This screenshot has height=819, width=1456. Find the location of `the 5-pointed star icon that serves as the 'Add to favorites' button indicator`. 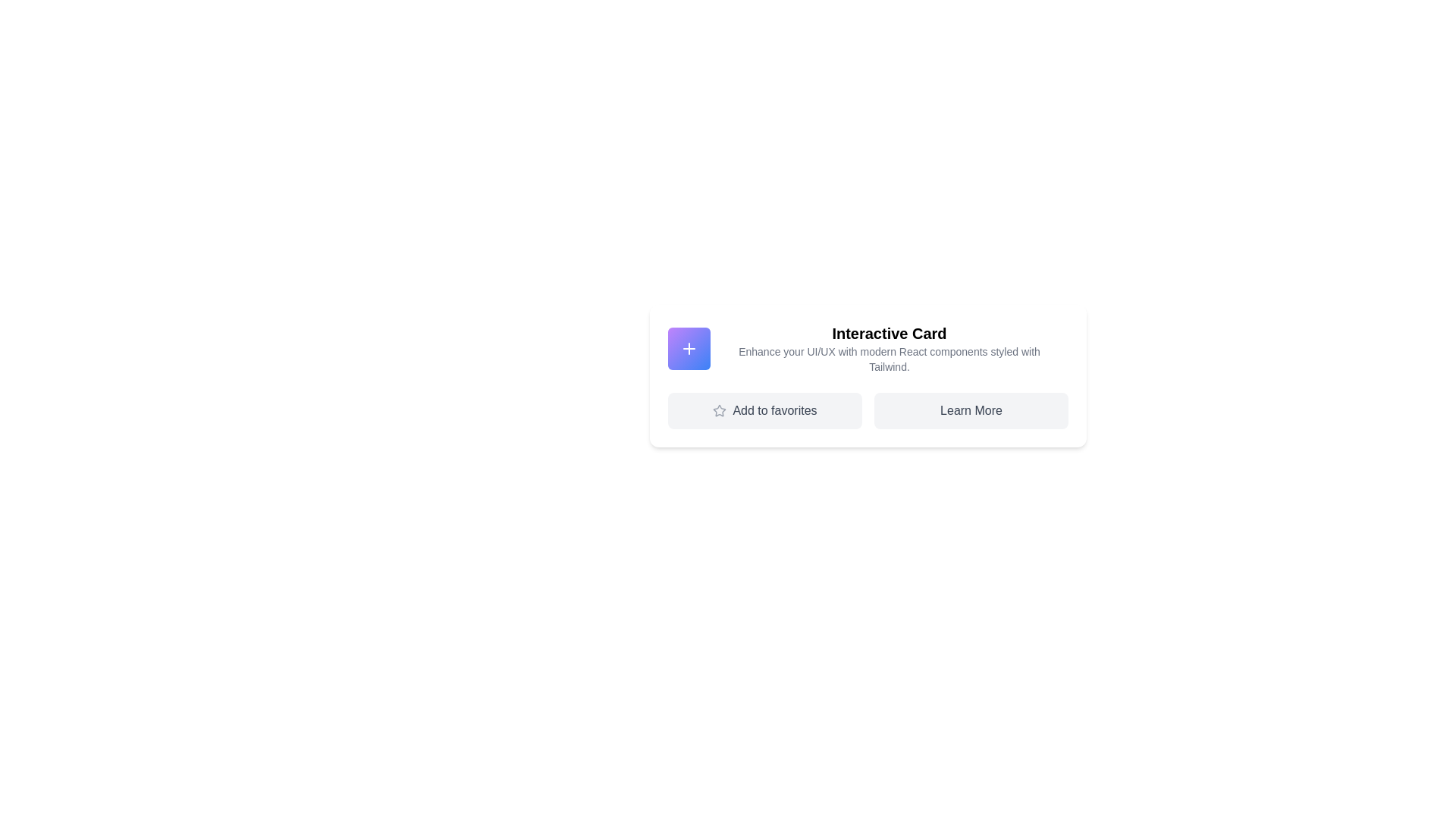

the 5-pointed star icon that serves as the 'Add to favorites' button indicator is located at coordinates (719, 410).